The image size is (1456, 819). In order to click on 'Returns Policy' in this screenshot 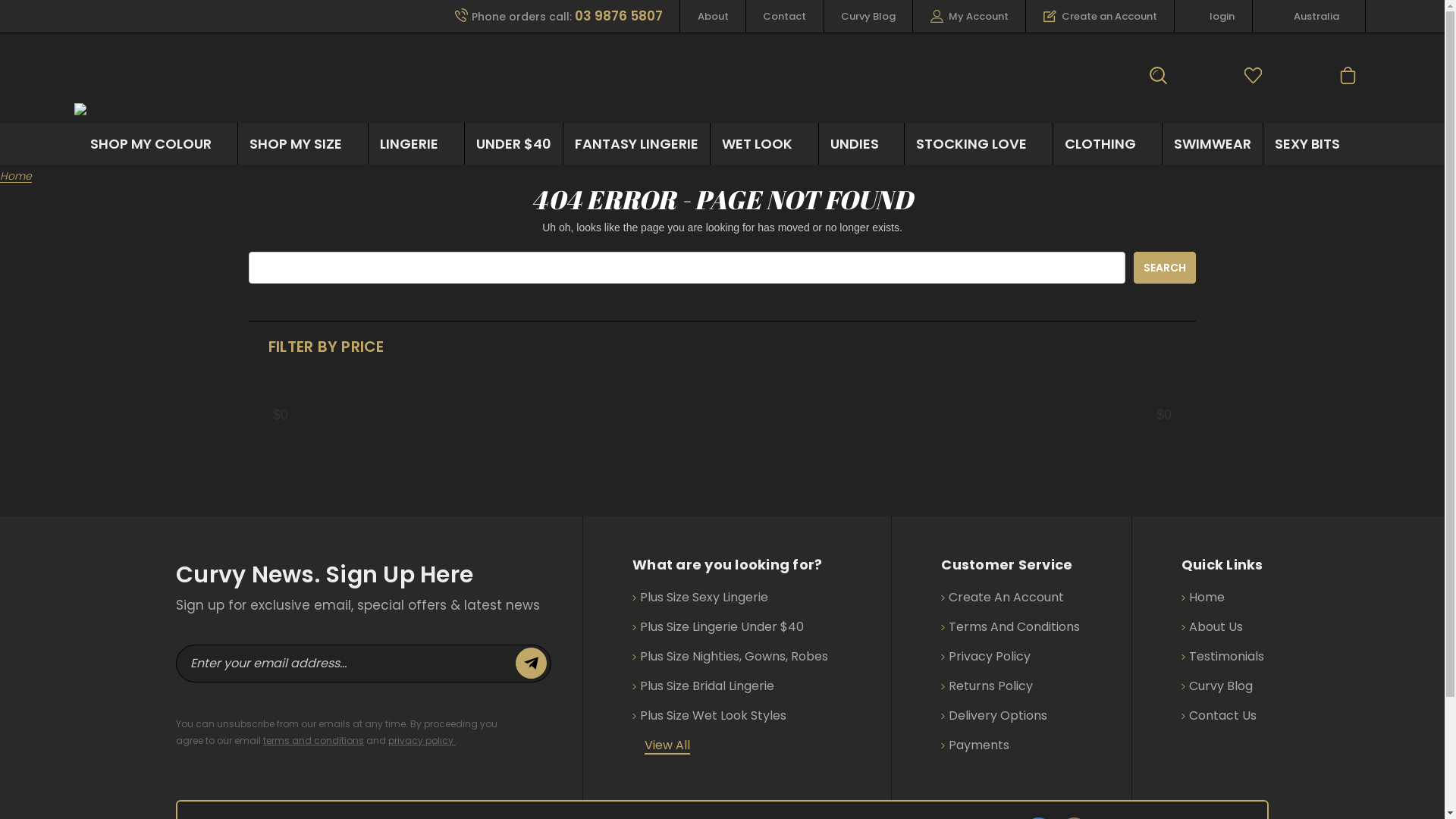, I will do `click(940, 686)`.